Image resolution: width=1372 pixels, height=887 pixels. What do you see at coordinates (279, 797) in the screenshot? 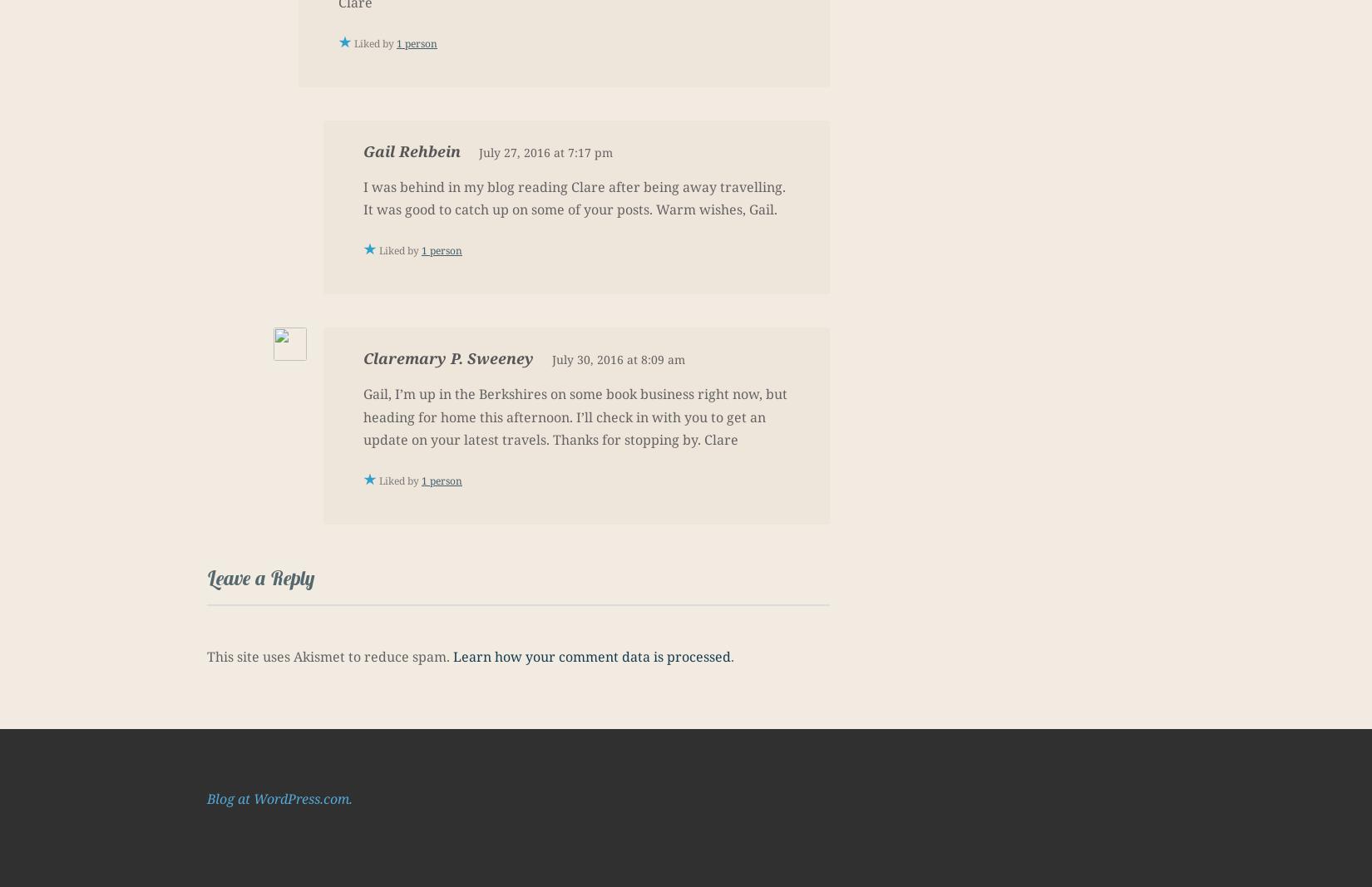
I see `'Blog at WordPress.com.'` at bounding box center [279, 797].